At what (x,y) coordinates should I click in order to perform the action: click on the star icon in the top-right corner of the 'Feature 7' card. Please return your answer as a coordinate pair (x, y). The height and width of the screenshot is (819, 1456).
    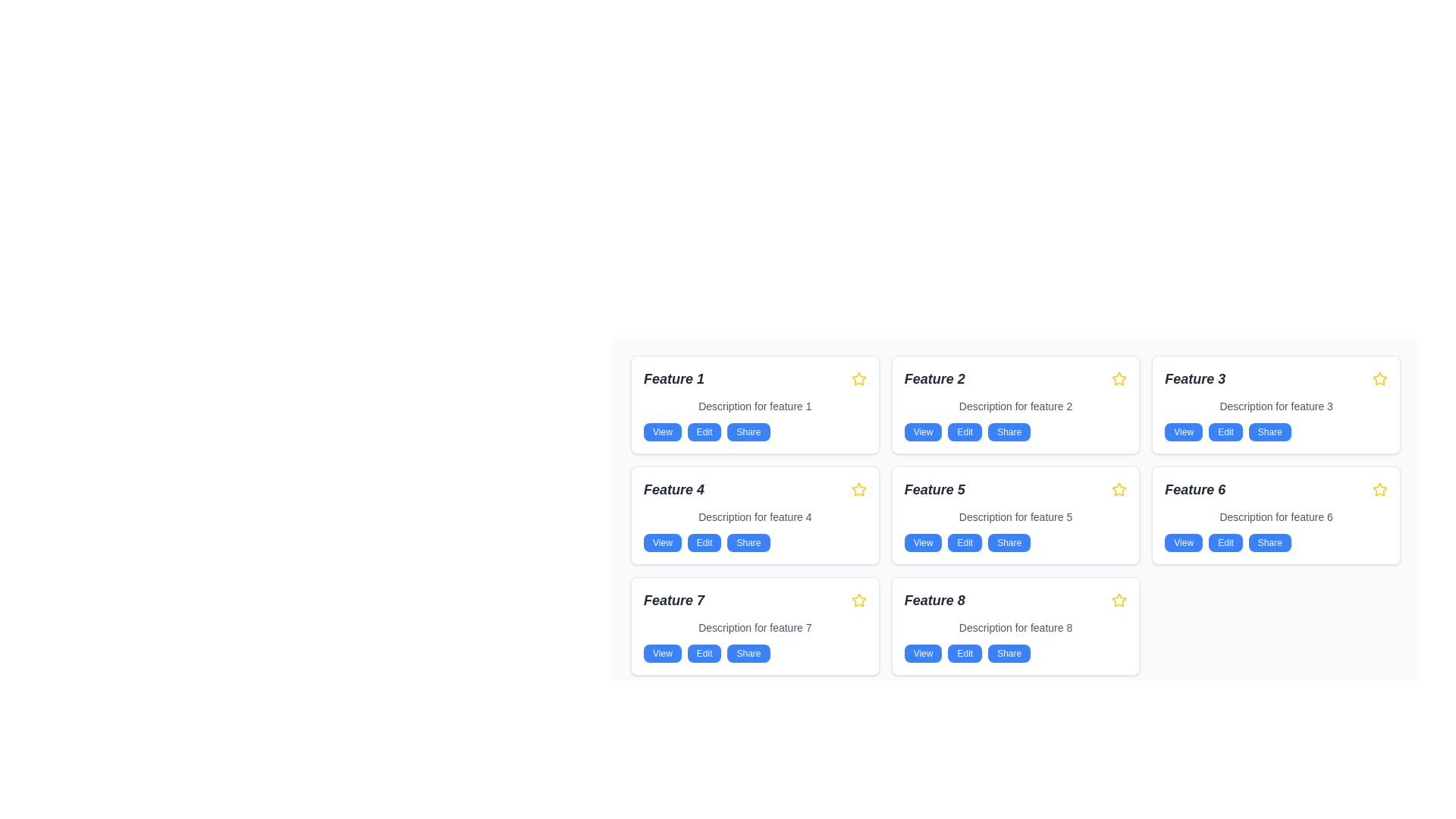
    Looking at the image, I should click on (858, 599).